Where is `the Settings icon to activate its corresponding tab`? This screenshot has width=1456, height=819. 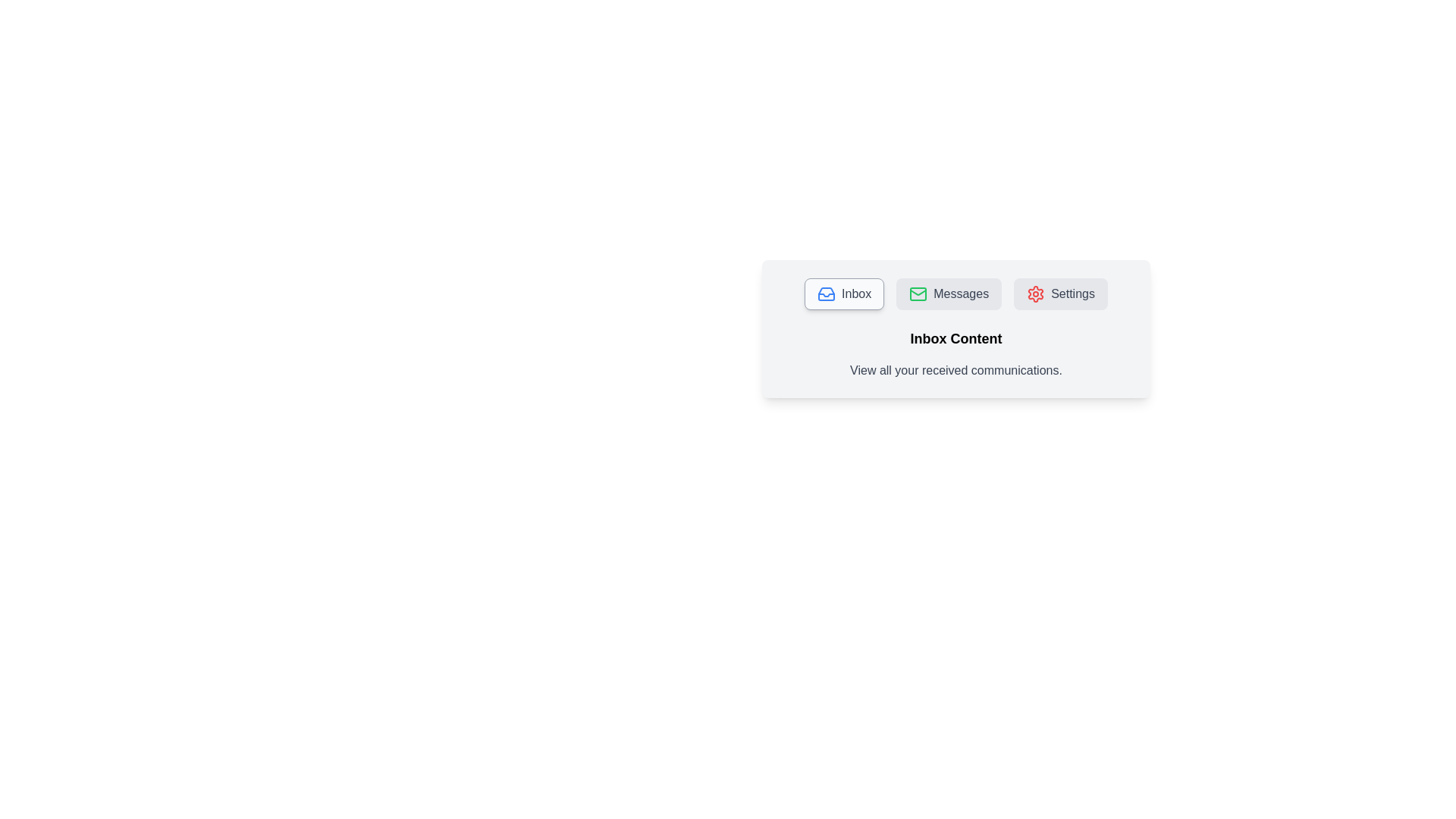 the Settings icon to activate its corresponding tab is located at coordinates (1035, 294).